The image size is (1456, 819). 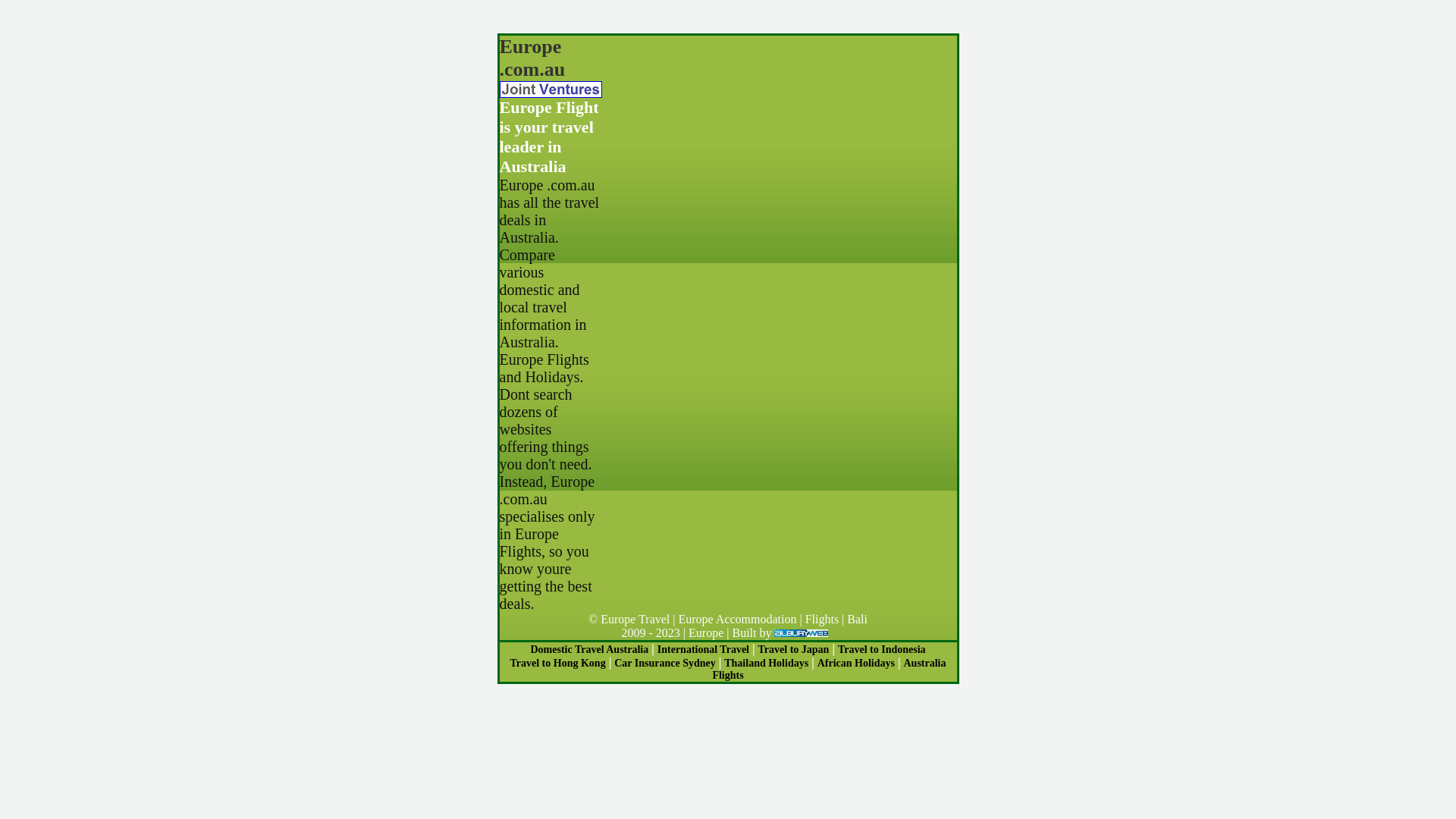 I want to click on 'Travel to Japan', so click(x=758, y=648).